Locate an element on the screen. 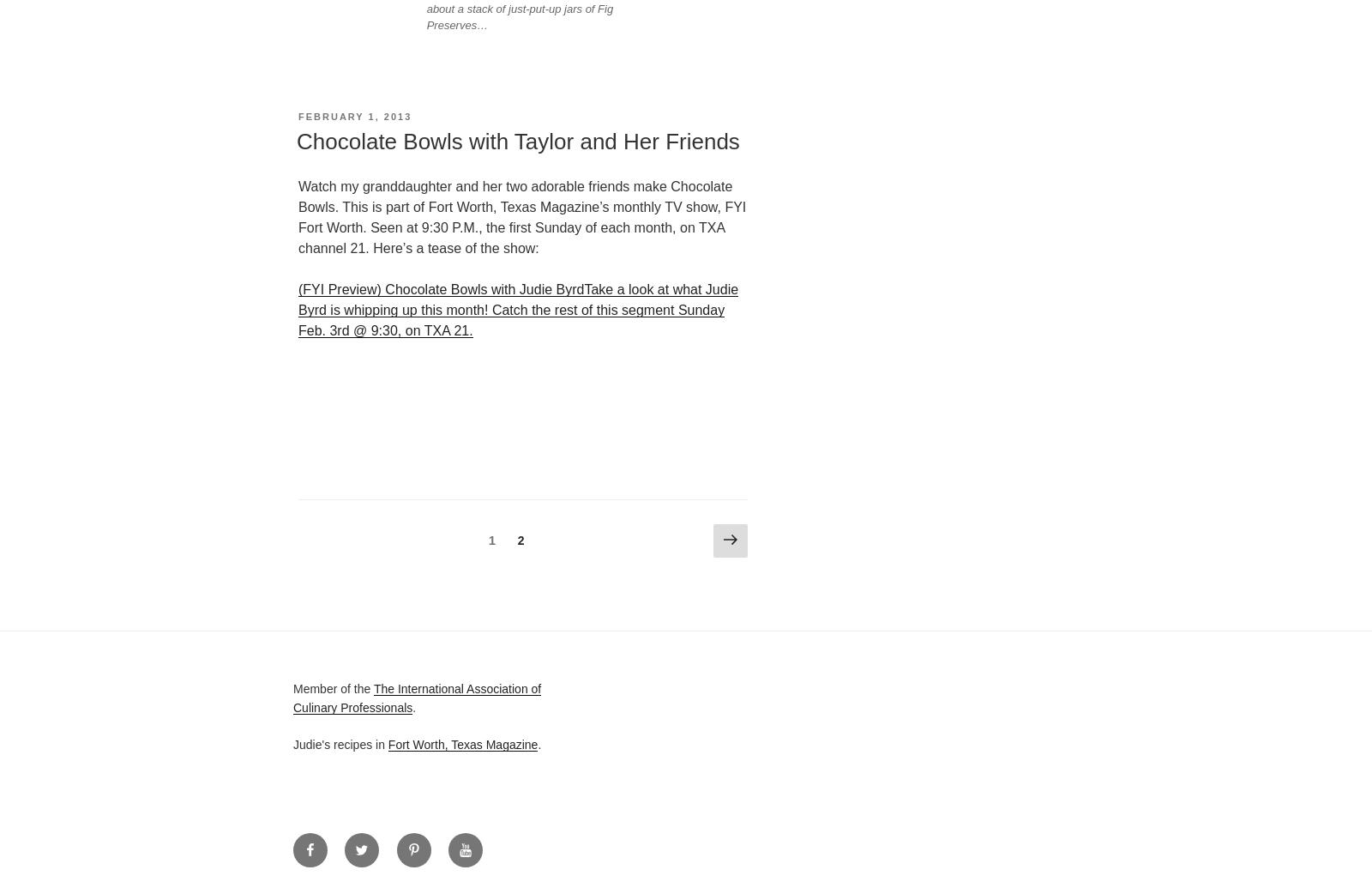 The width and height of the screenshot is (1372, 882). '2' is located at coordinates (517, 539).